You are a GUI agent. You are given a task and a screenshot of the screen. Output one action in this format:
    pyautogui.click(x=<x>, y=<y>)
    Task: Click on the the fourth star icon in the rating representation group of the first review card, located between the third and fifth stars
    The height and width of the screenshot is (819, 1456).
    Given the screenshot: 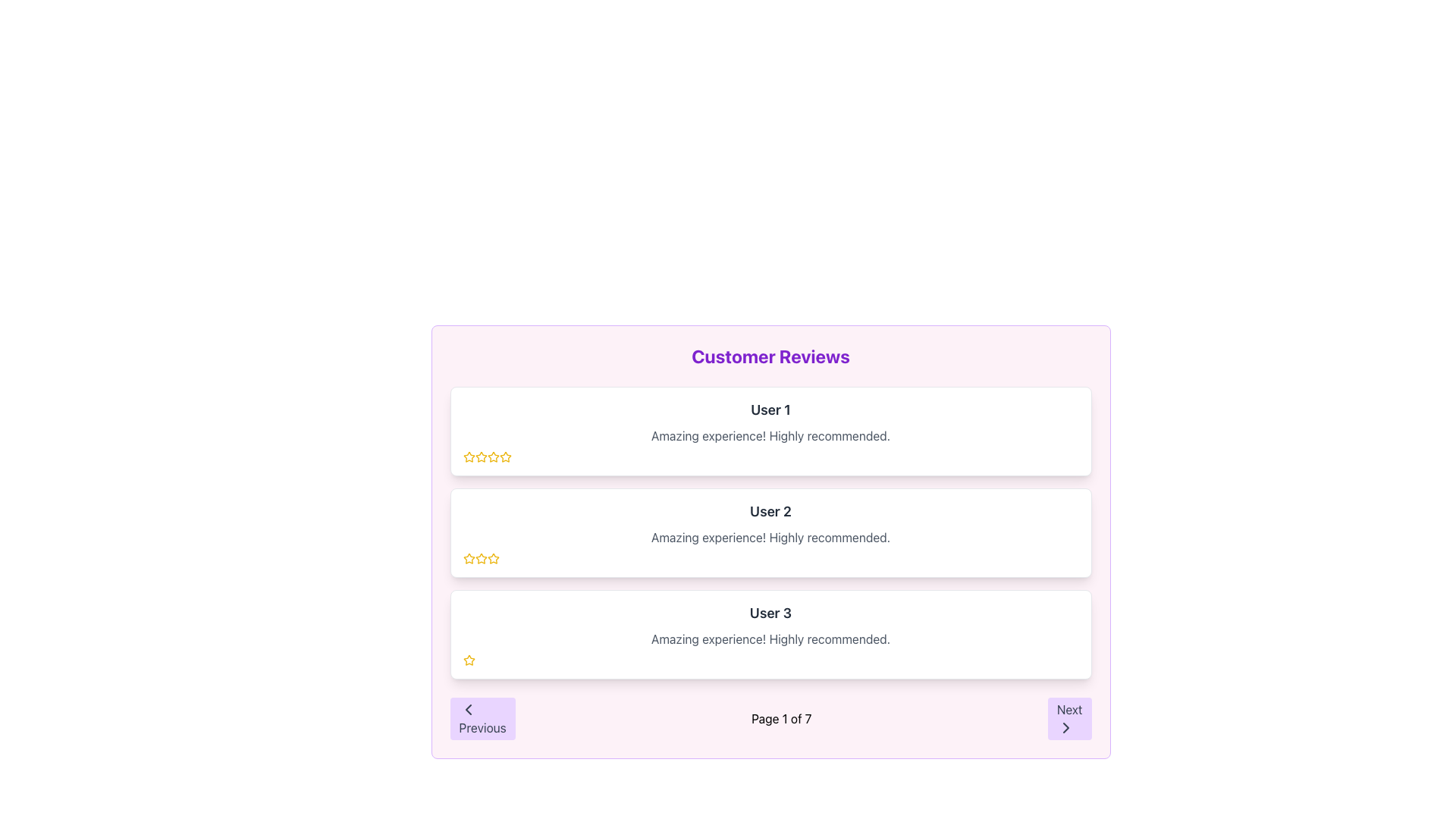 What is the action you would take?
    pyautogui.click(x=493, y=456)
    